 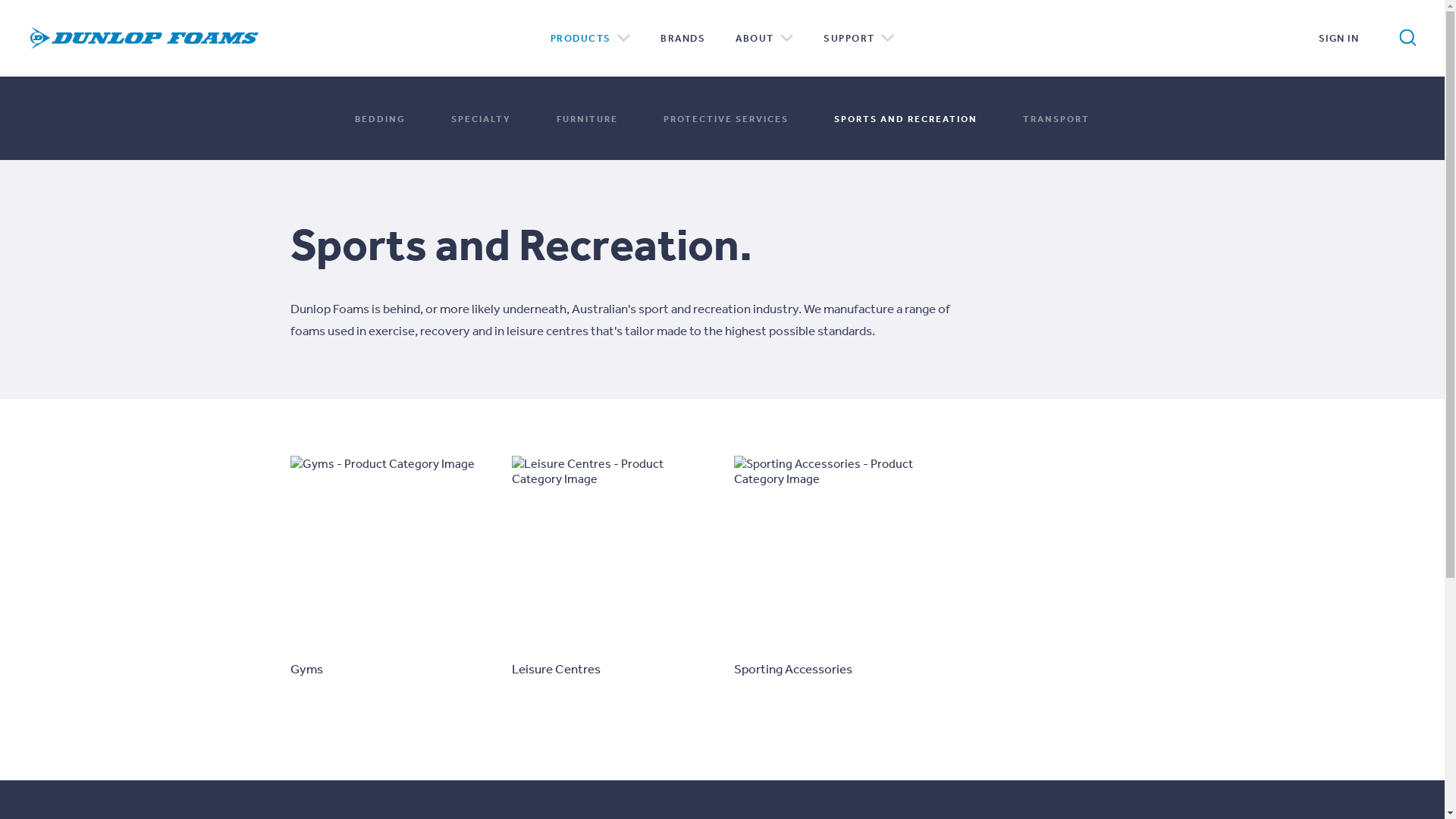 I want to click on 'PRODUCTS', so click(x=589, y=37).